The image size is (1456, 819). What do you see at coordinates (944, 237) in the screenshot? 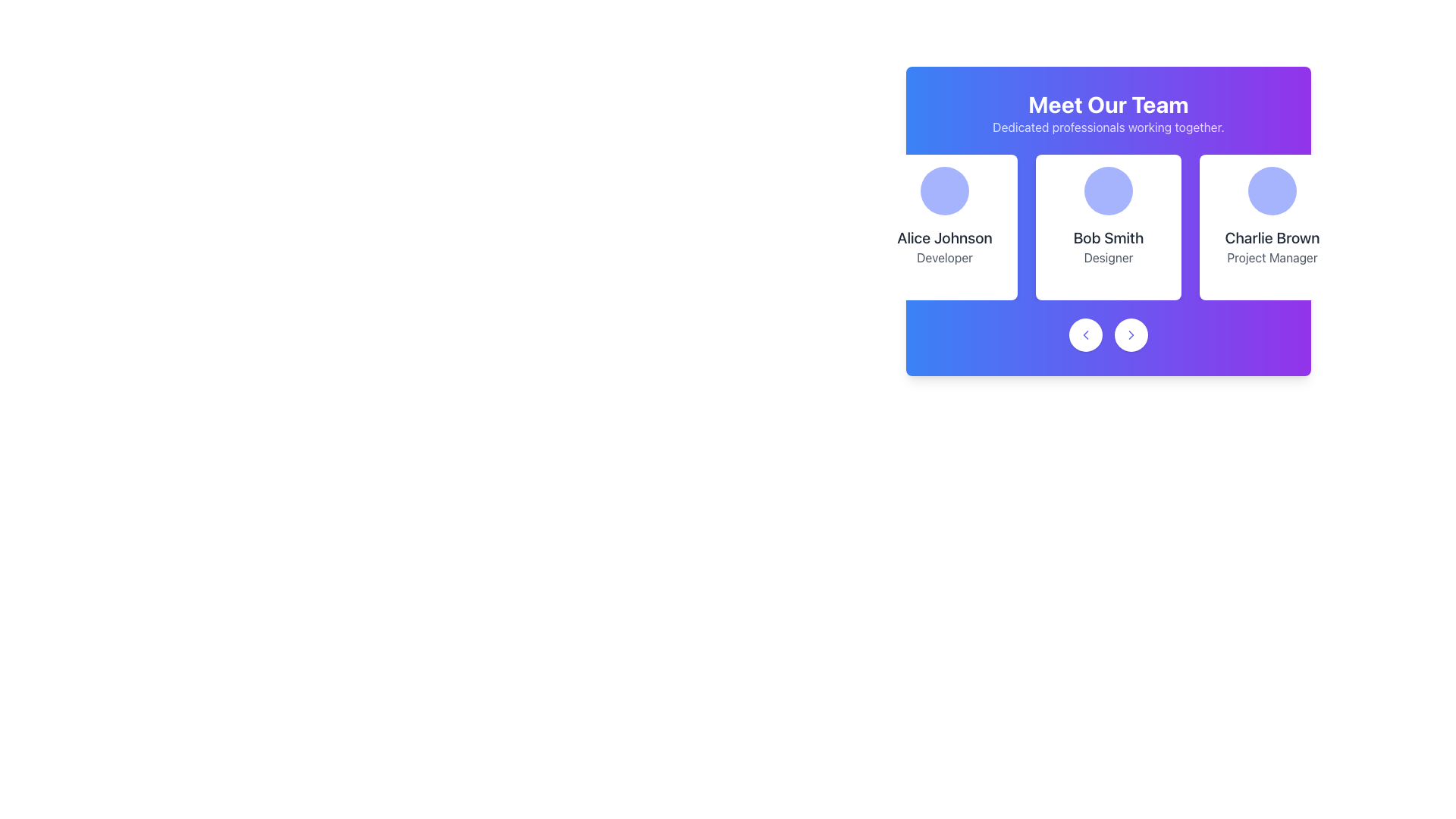
I see `the static text label indicating the name of a person, which is located below the circular avatar and above the subtitle 'Developer'` at bounding box center [944, 237].